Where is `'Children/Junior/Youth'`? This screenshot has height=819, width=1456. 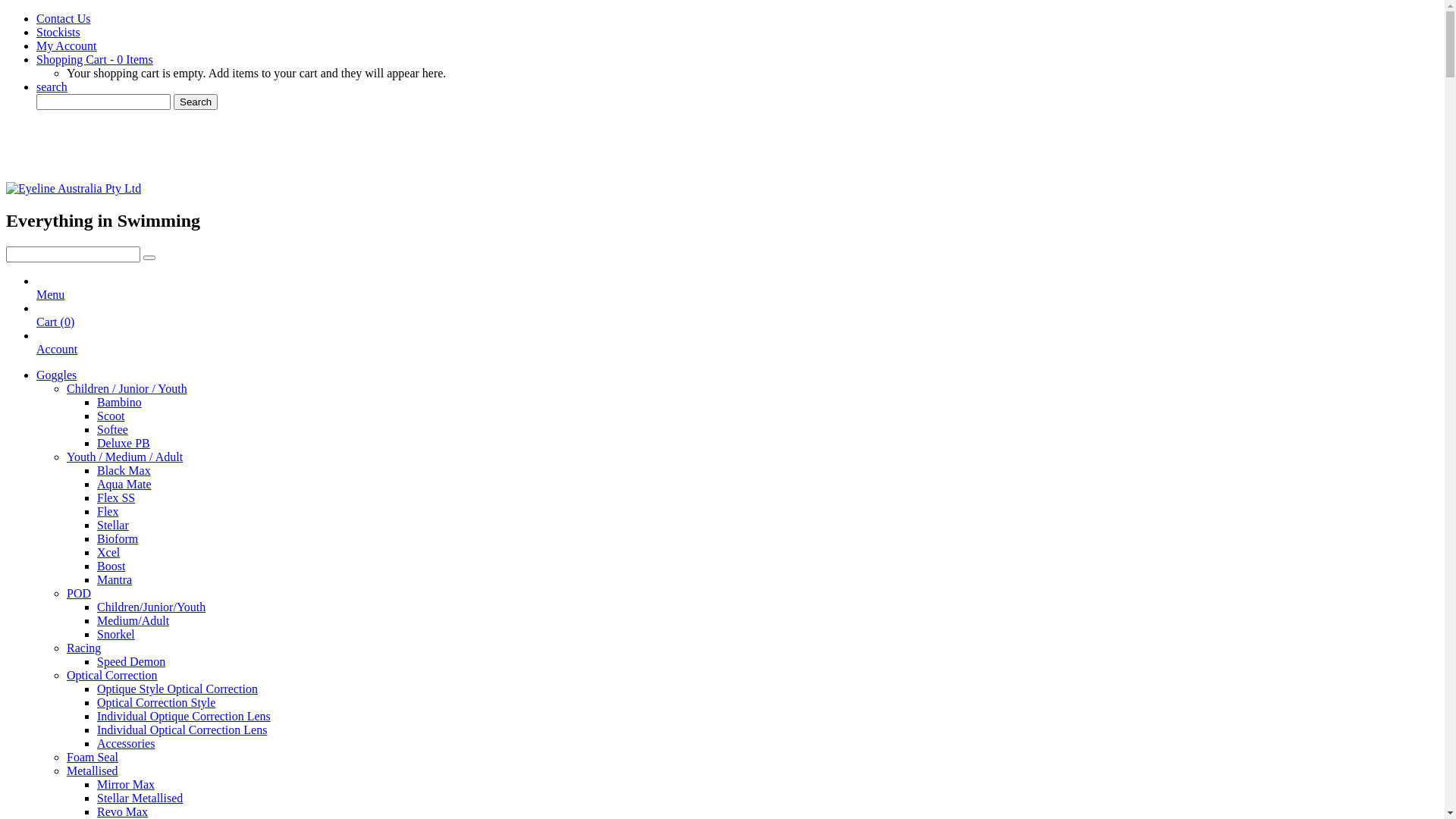
'Children/Junior/Youth' is located at coordinates (151, 606).